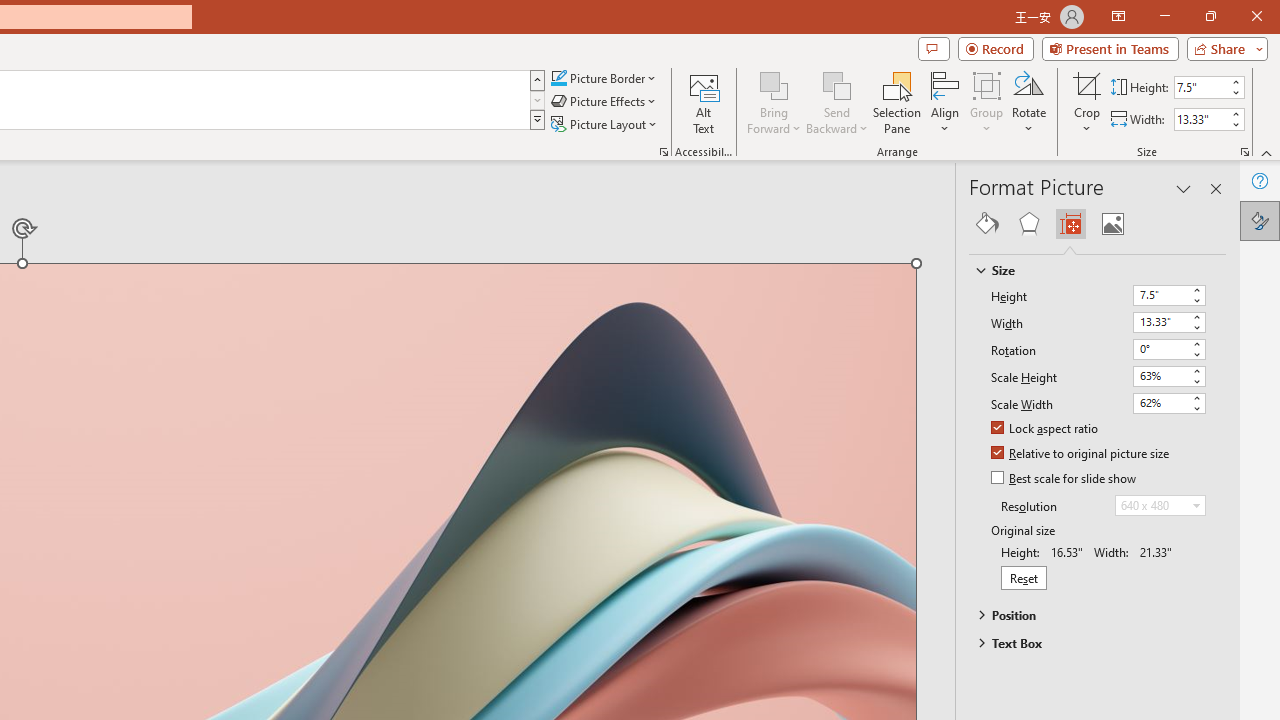 This screenshot has width=1280, height=720. Describe the element at coordinates (1169, 403) in the screenshot. I see `'Scale Width'` at that location.